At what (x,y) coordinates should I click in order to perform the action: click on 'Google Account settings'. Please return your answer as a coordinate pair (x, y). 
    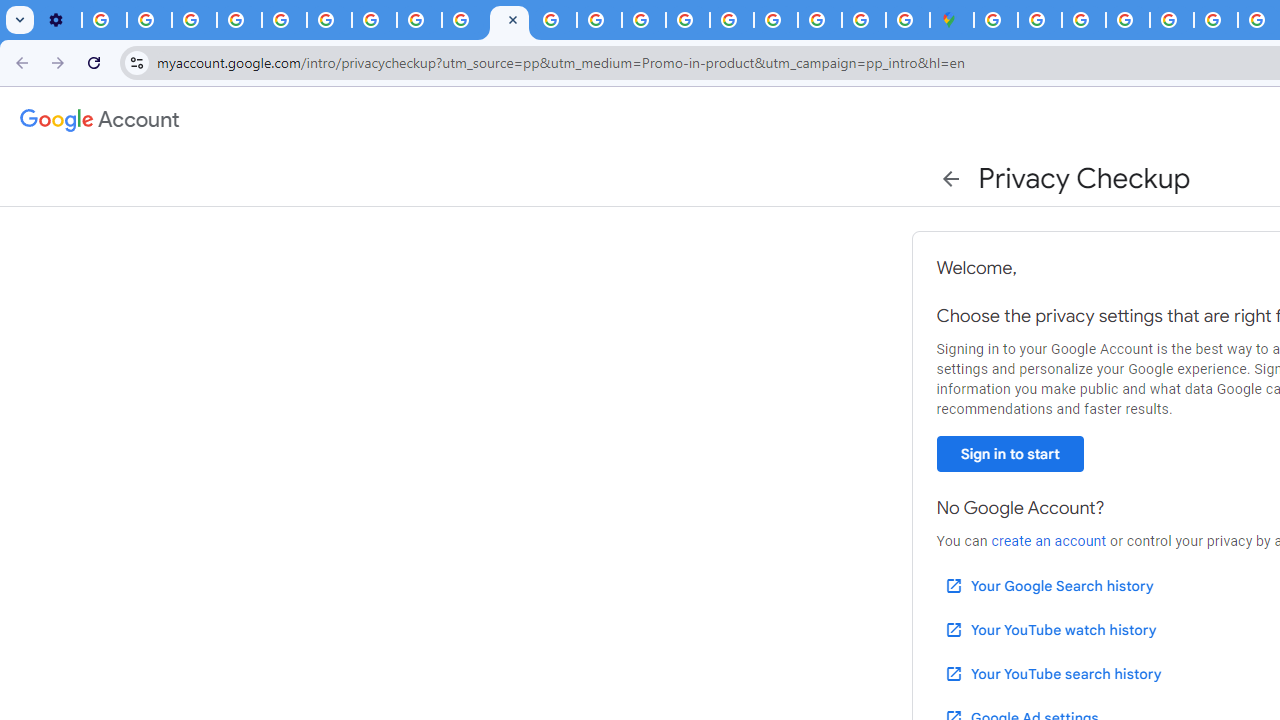
    Looking at the image, I should click on (99, 120).